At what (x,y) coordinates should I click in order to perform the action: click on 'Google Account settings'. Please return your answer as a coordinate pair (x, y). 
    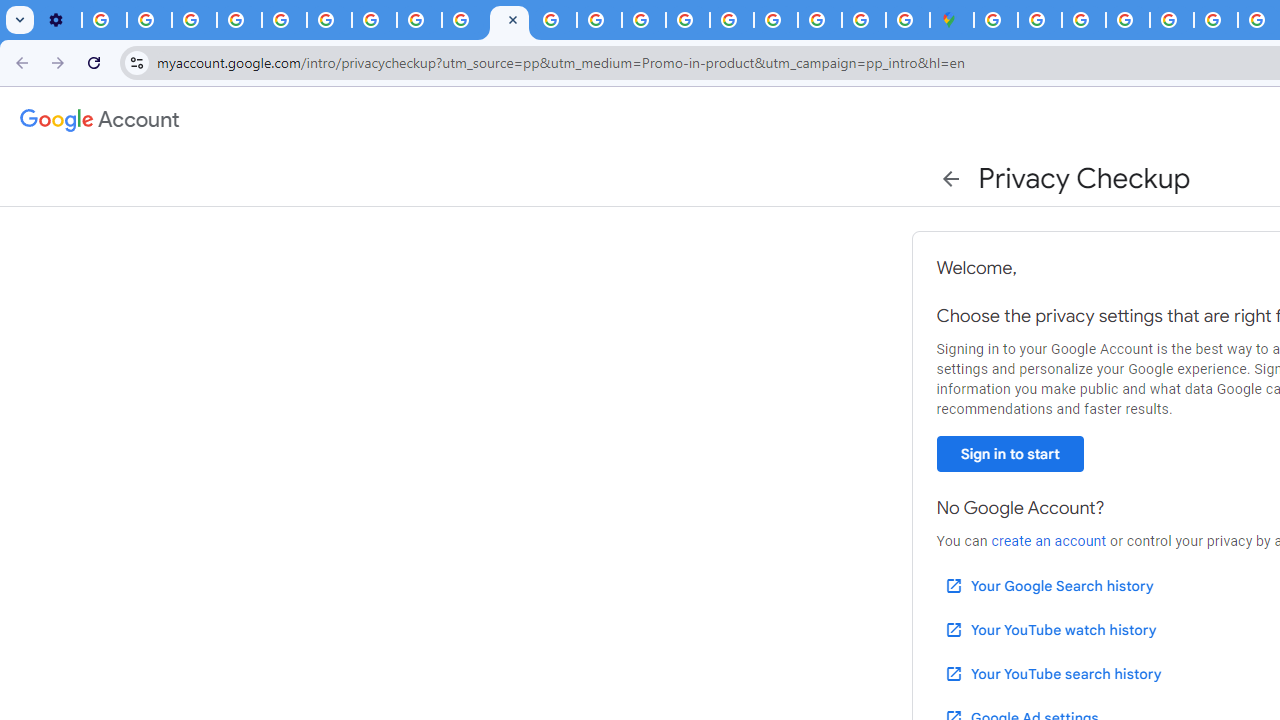
    Looking at the image, I should click on (99, 120).